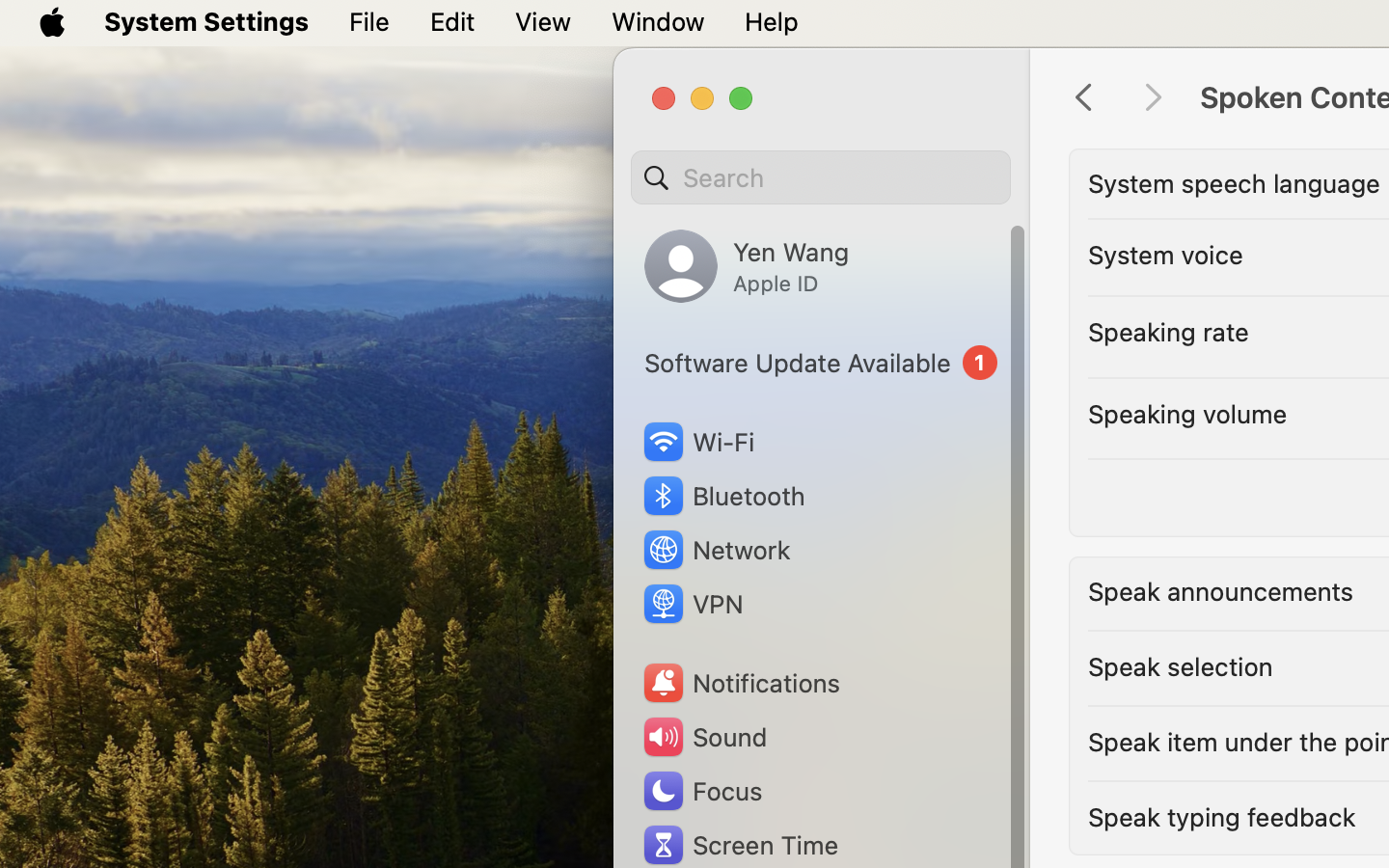 The width and height of the screenshot is (1389, 868). I want to click on 'System speech language', so click(1234, 182).